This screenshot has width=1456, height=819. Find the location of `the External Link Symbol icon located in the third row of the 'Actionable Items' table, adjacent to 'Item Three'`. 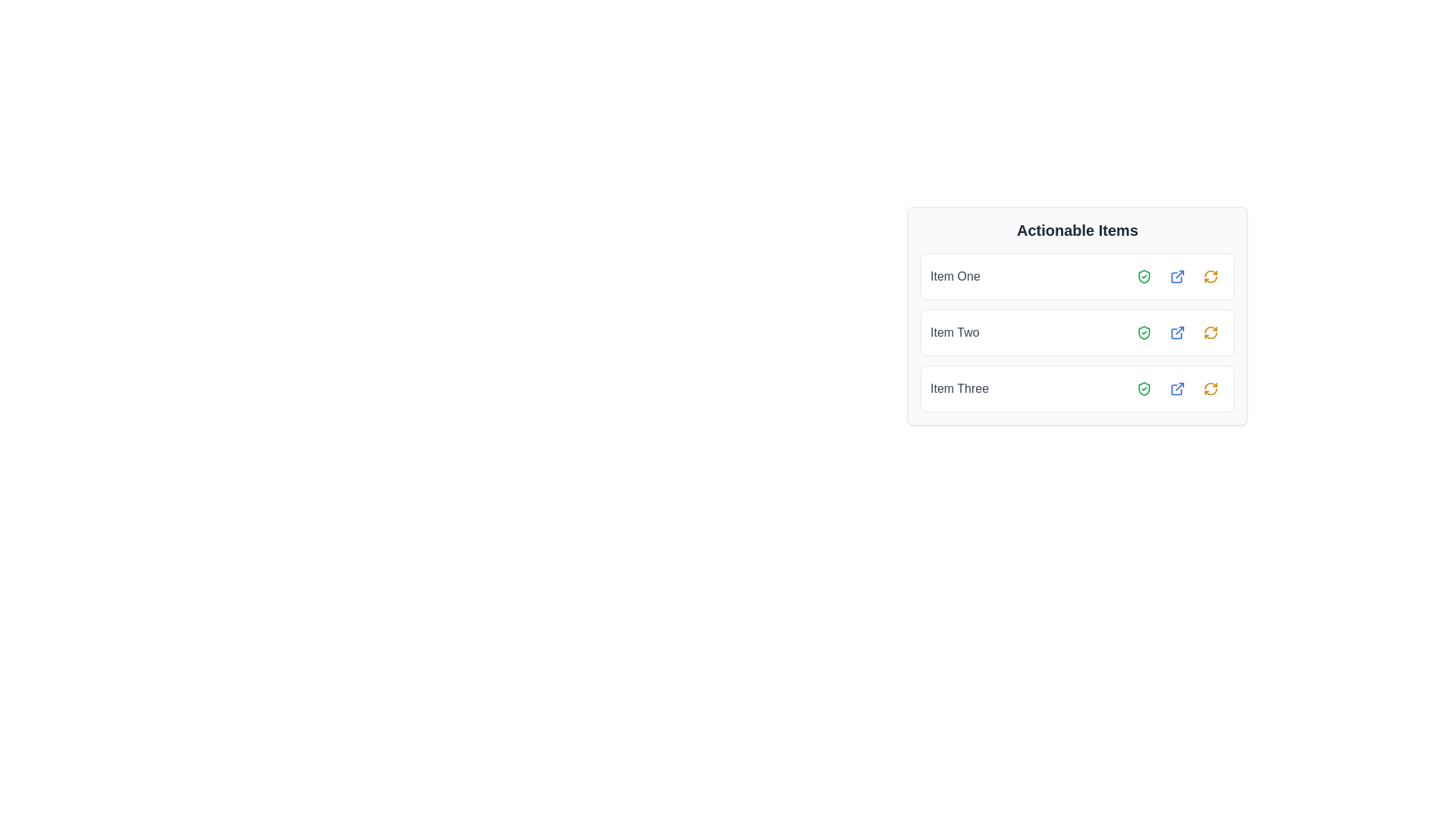

the External Link Symbol icon located in the third row of the 'Actionable Items' table, adjacent to 'Item Three' is located at coordinates (1177, 388).